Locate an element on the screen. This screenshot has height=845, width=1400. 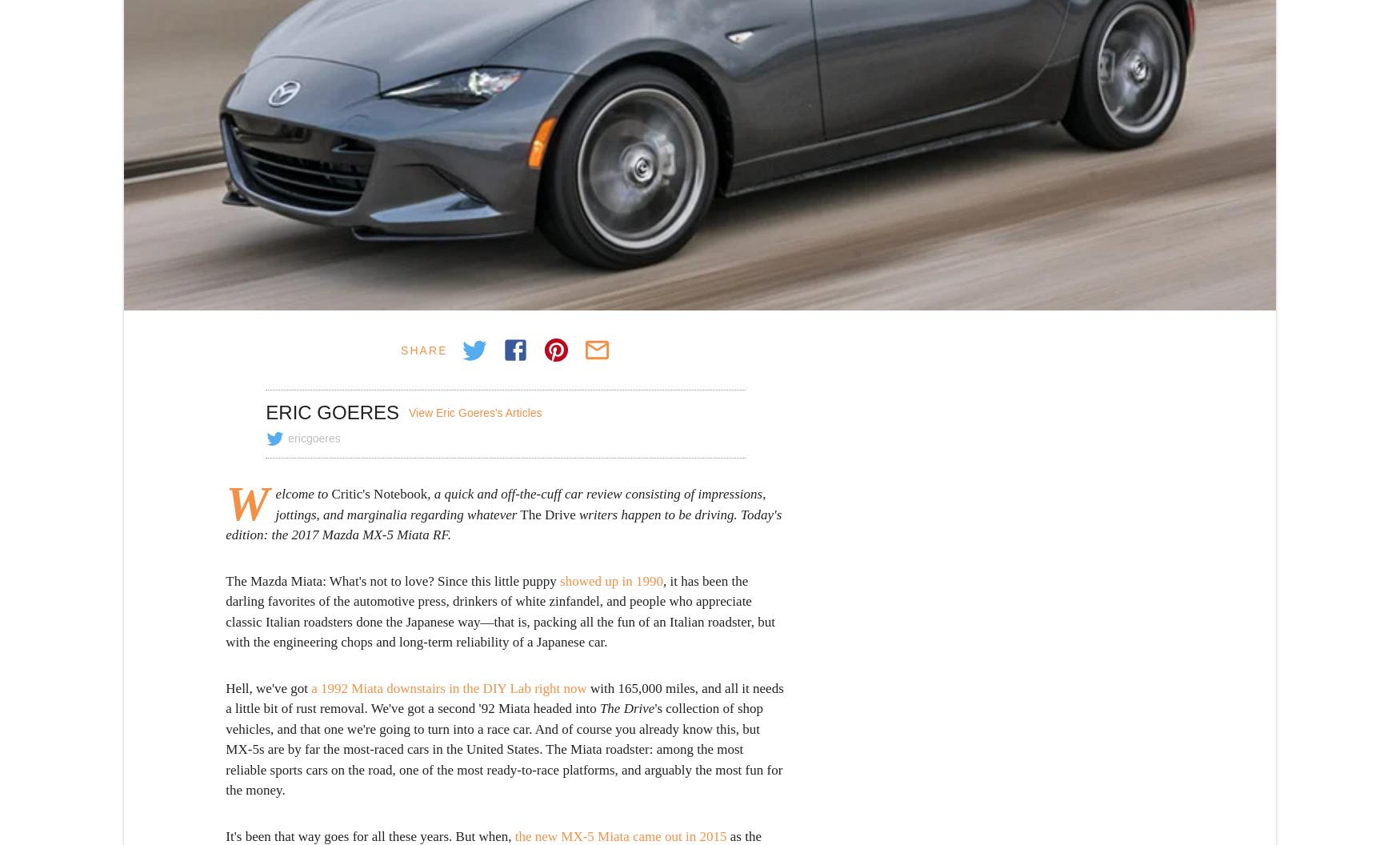
'It's been that way goes for all these years. But when,' is located at coordinates (370, 835).